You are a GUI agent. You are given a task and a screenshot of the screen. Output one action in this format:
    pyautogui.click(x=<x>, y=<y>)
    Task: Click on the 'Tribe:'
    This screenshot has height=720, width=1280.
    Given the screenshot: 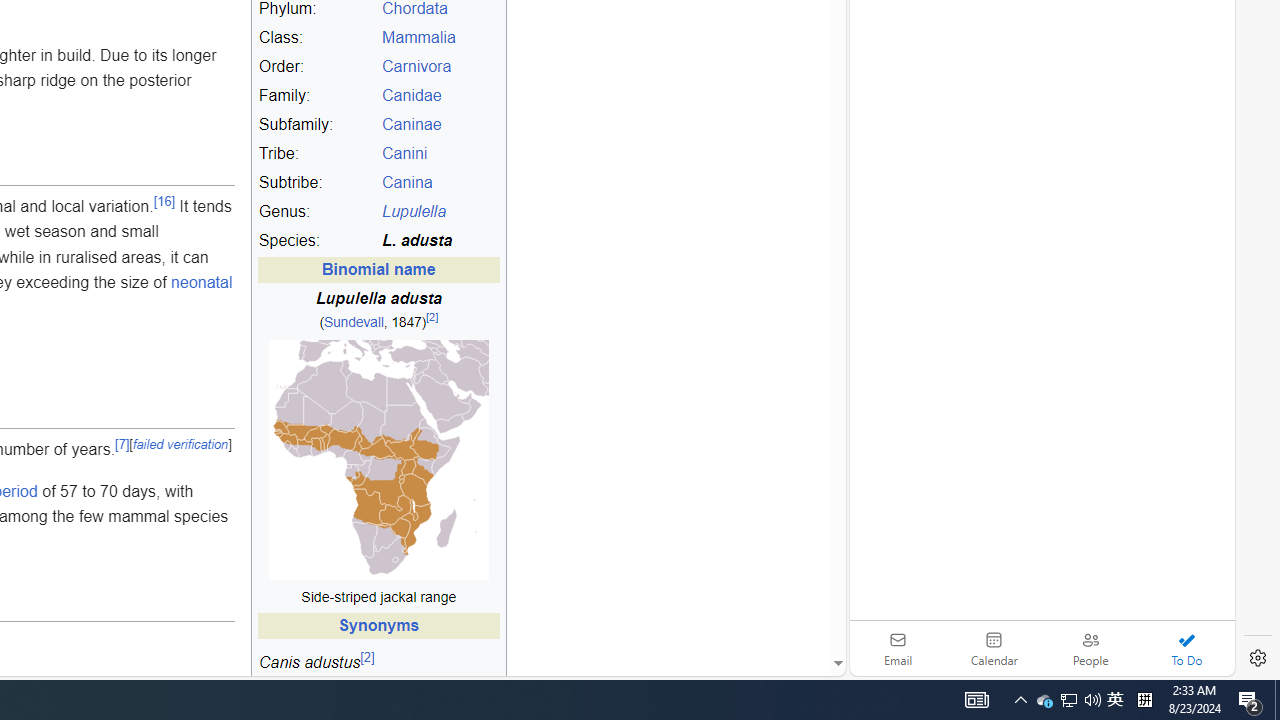 What is the action you would take?
    pyautogui.click(x=316, y=153)
    